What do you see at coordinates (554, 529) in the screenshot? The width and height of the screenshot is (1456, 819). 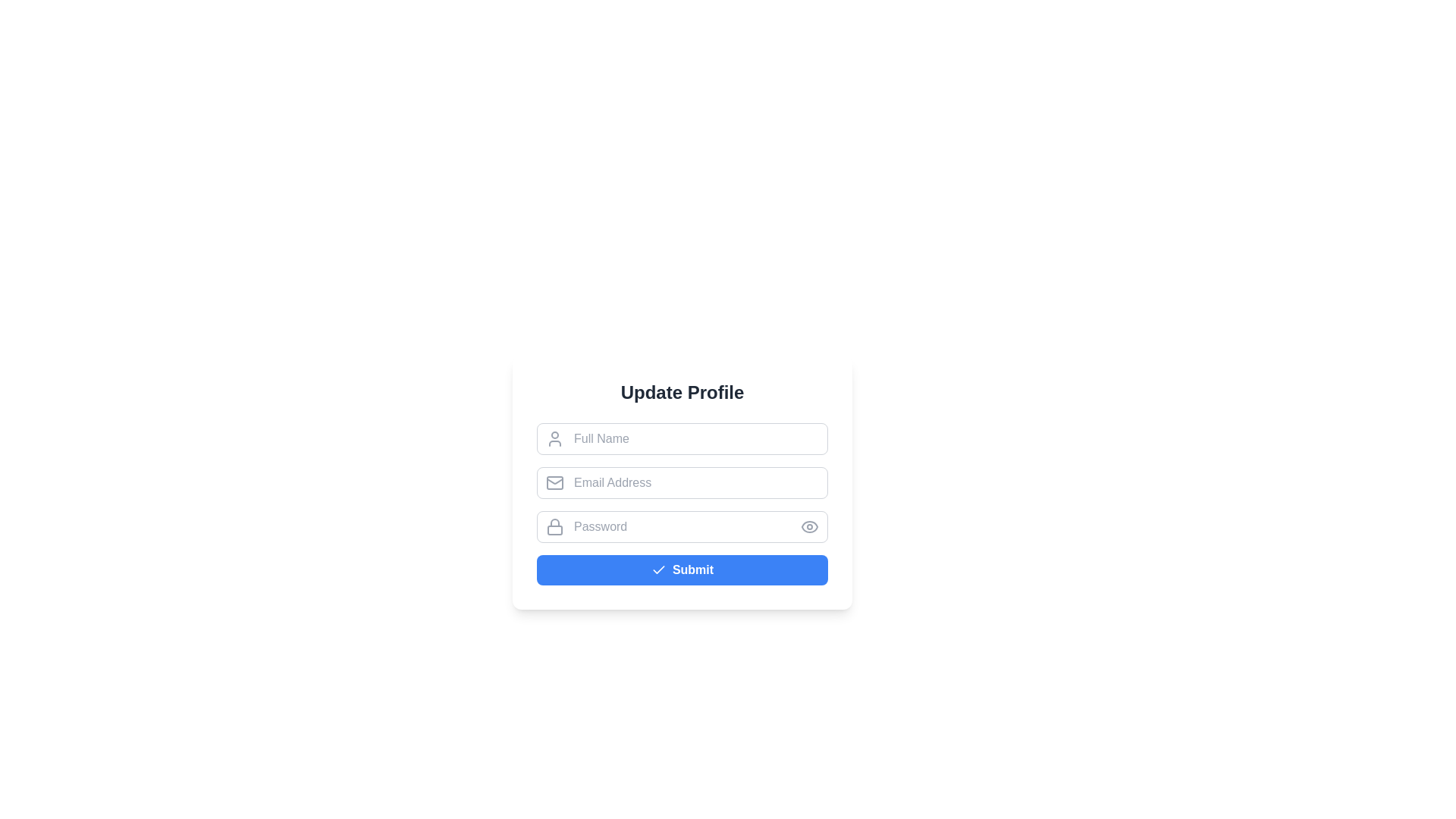 I see `the decorative graphic element that represents the bottom part of the lock icon, which symbolizes the password field in the form, located to the left of the password input field` at bounding box center [554, 529].